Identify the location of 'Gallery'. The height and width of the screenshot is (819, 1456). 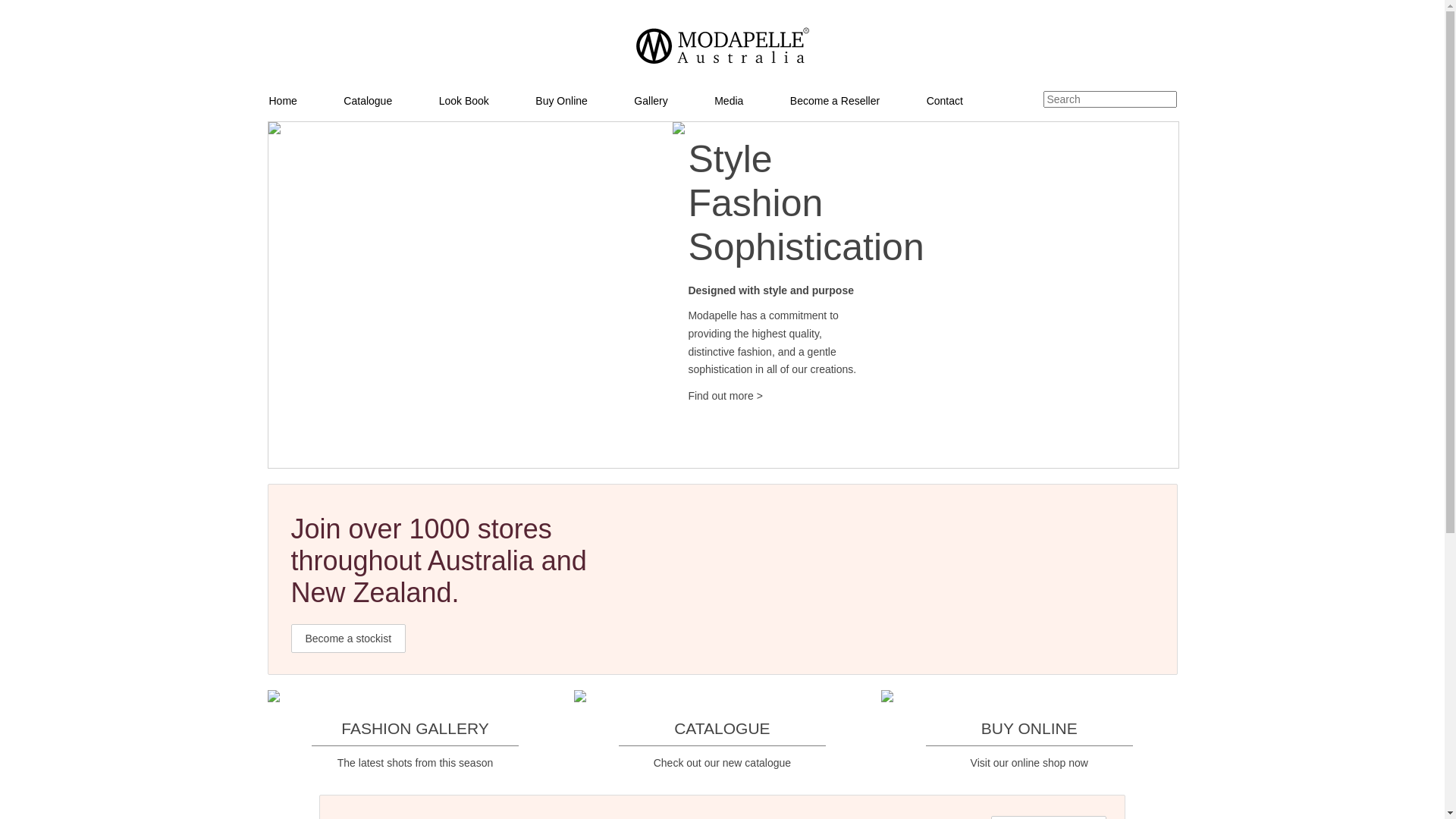
(633, 100).